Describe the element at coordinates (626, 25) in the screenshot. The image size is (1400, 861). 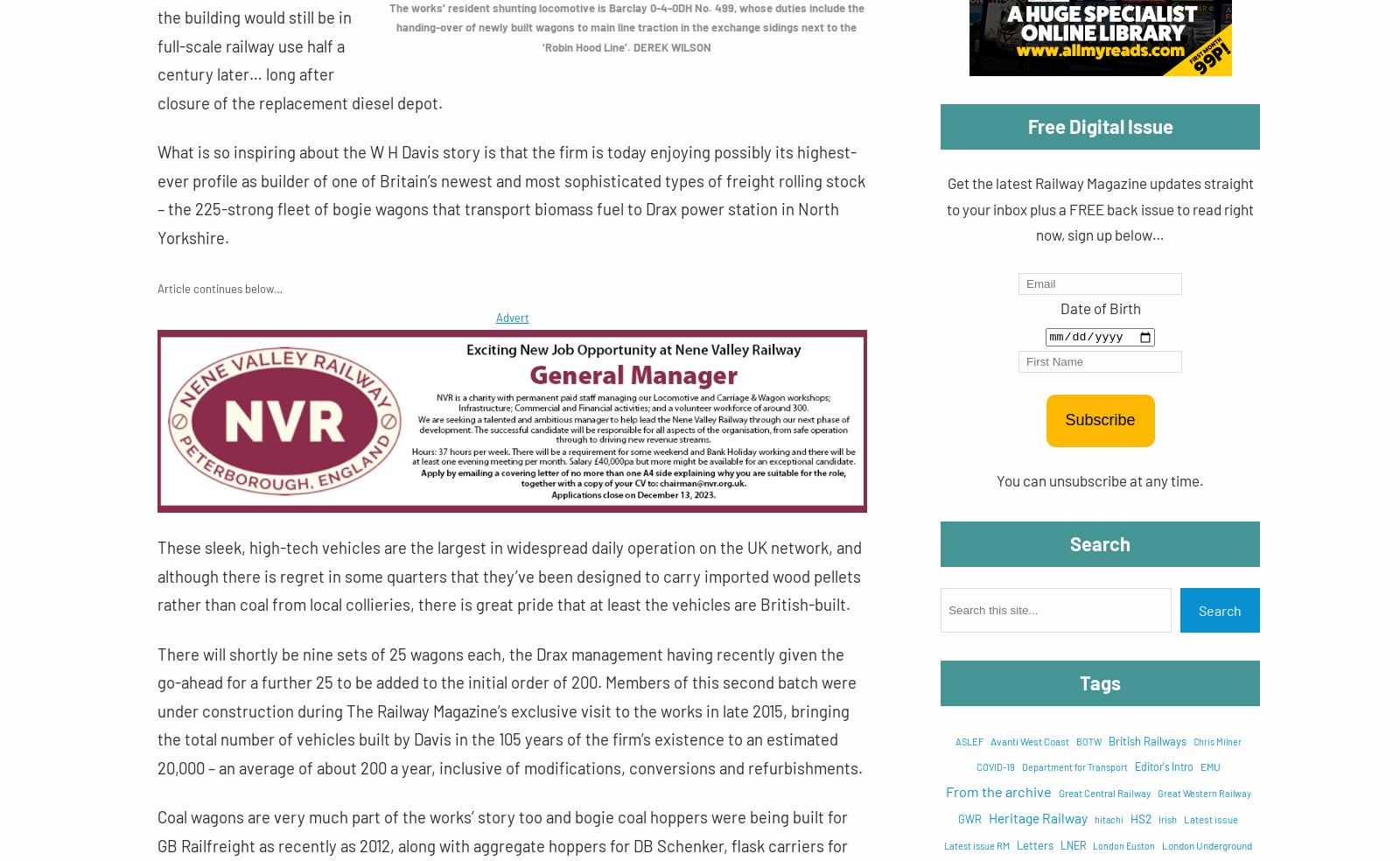
I see `'The works’ resident shunting locomotive is Barclay 0-4-0DH No. 499, whose duties include the handing-over of newly built wagons to main line traction in the exchange sidings next to the ‘Robin Hood Line’. DEREK WILSON'` at that location.